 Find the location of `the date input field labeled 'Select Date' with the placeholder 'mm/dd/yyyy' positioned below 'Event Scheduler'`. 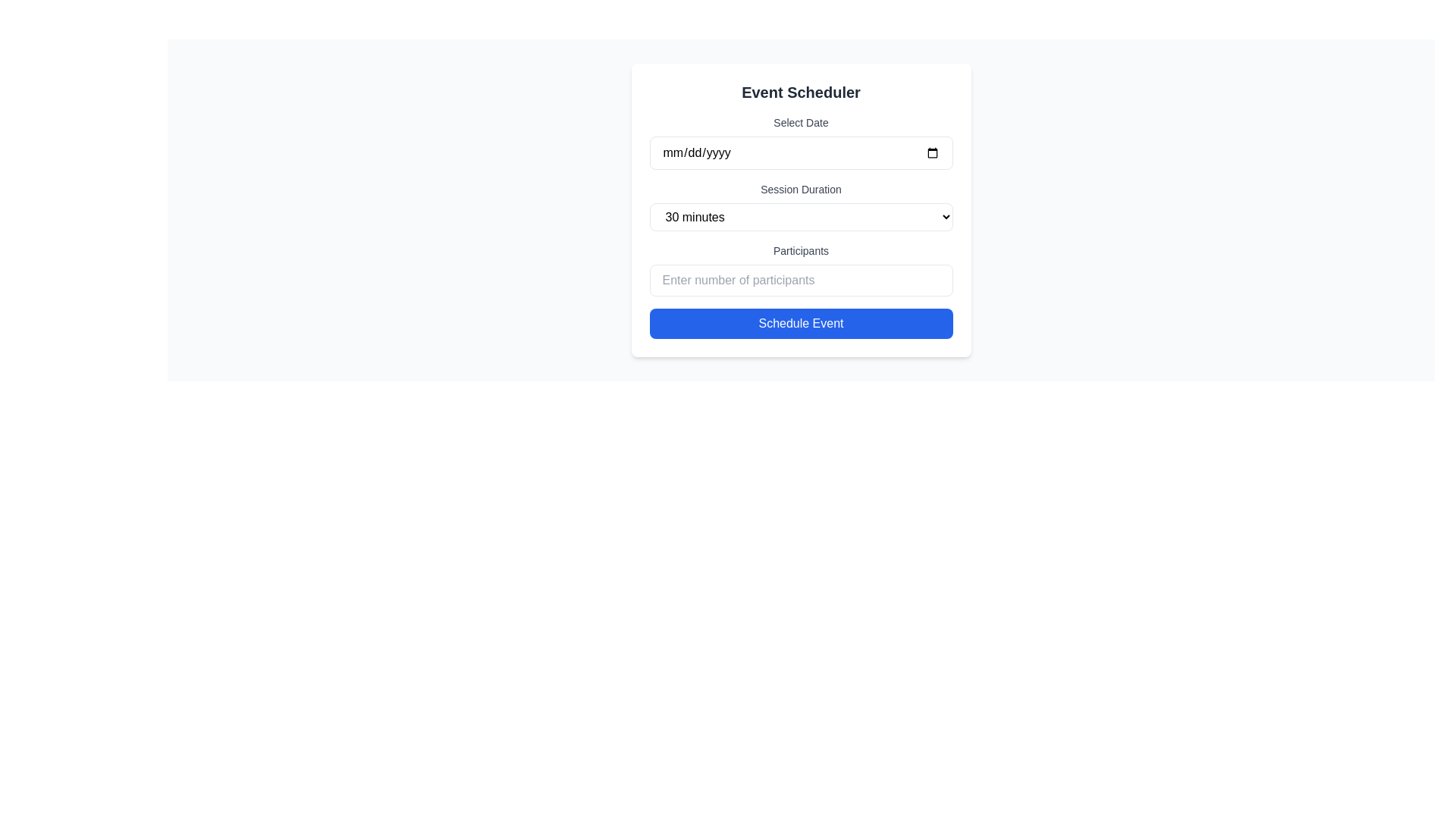

the date input field labeled 'Select Date' with the placeholder 'mm/dd/yyyy' positioned below 'Event Scheduler' is located at coordinates (800, 143).